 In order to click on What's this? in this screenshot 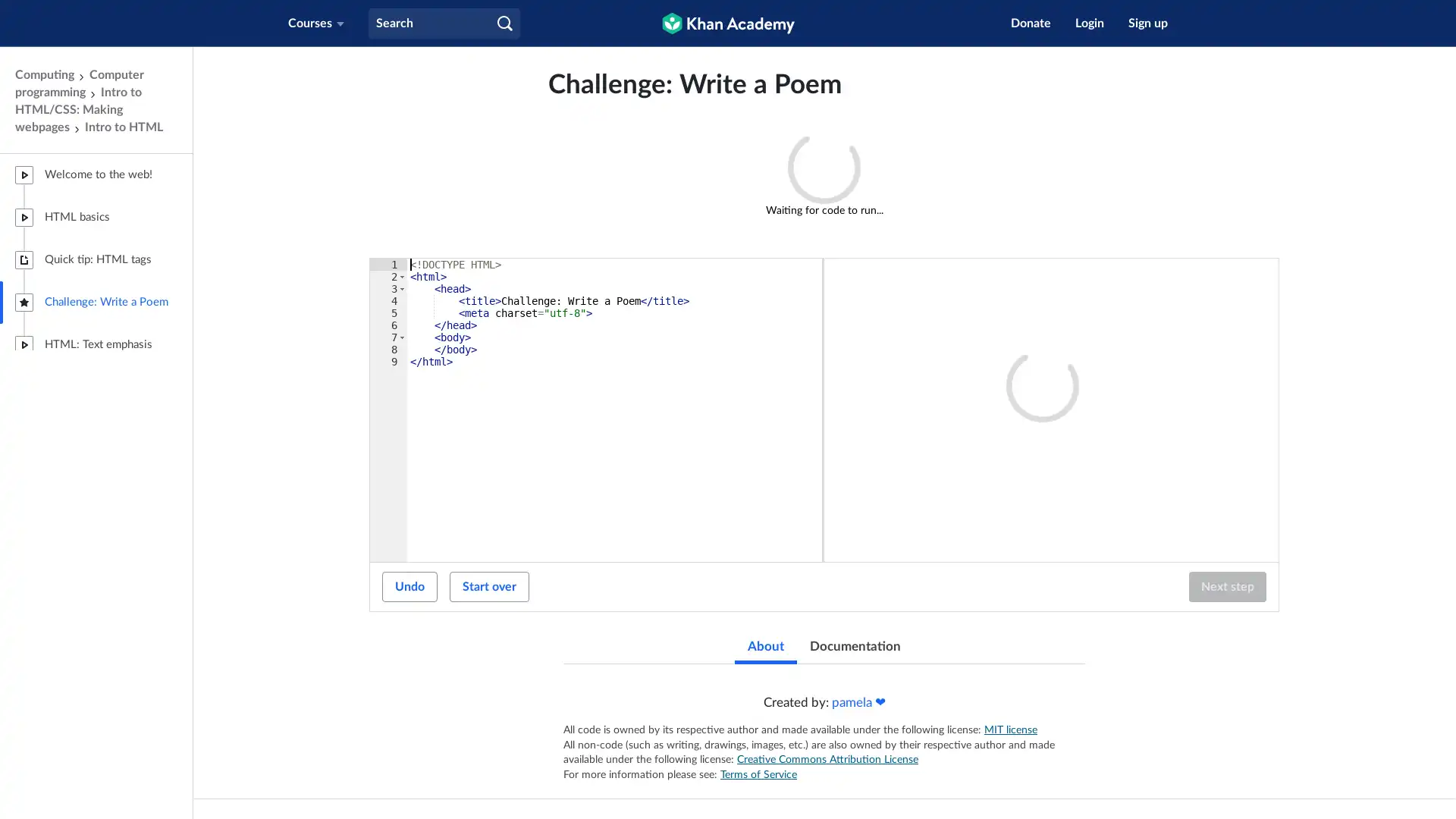, I will do `click(1090, 127)`.